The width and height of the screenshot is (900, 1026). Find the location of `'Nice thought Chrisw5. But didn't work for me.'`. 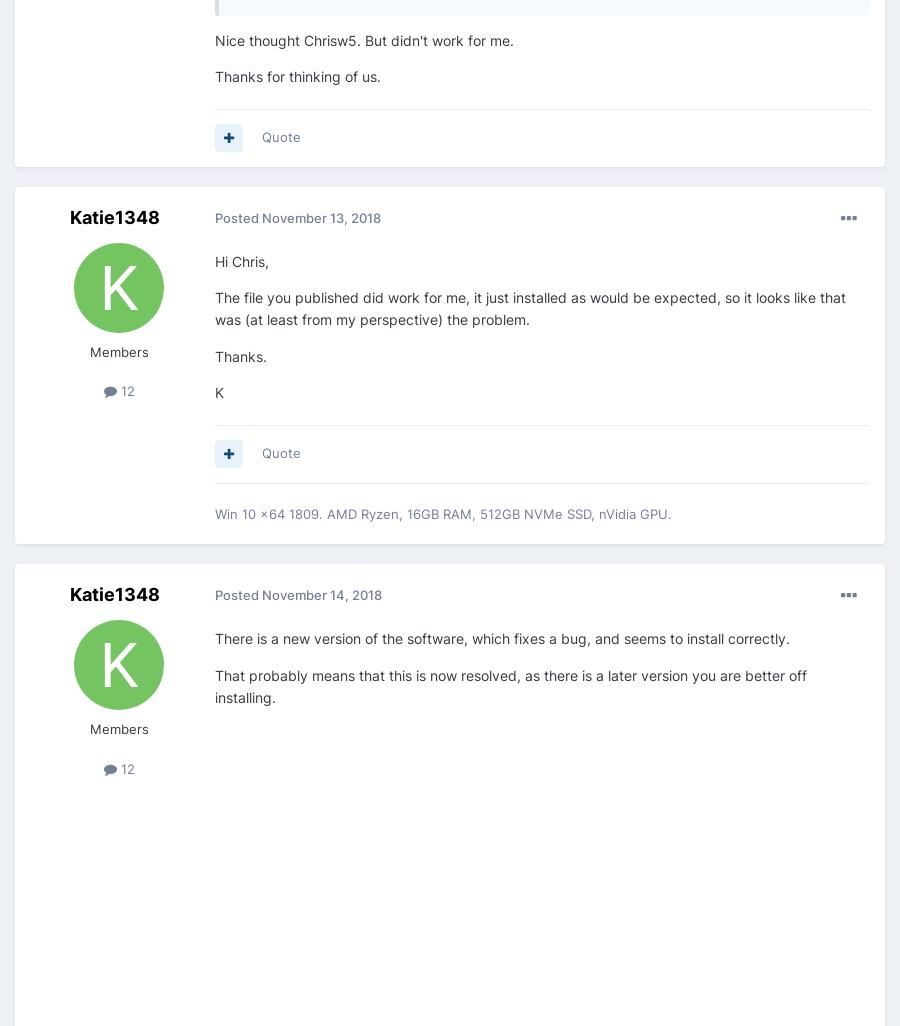

'Nice thought Chrisw5. But didn't work for me.' is located at coordinates (364, 39).